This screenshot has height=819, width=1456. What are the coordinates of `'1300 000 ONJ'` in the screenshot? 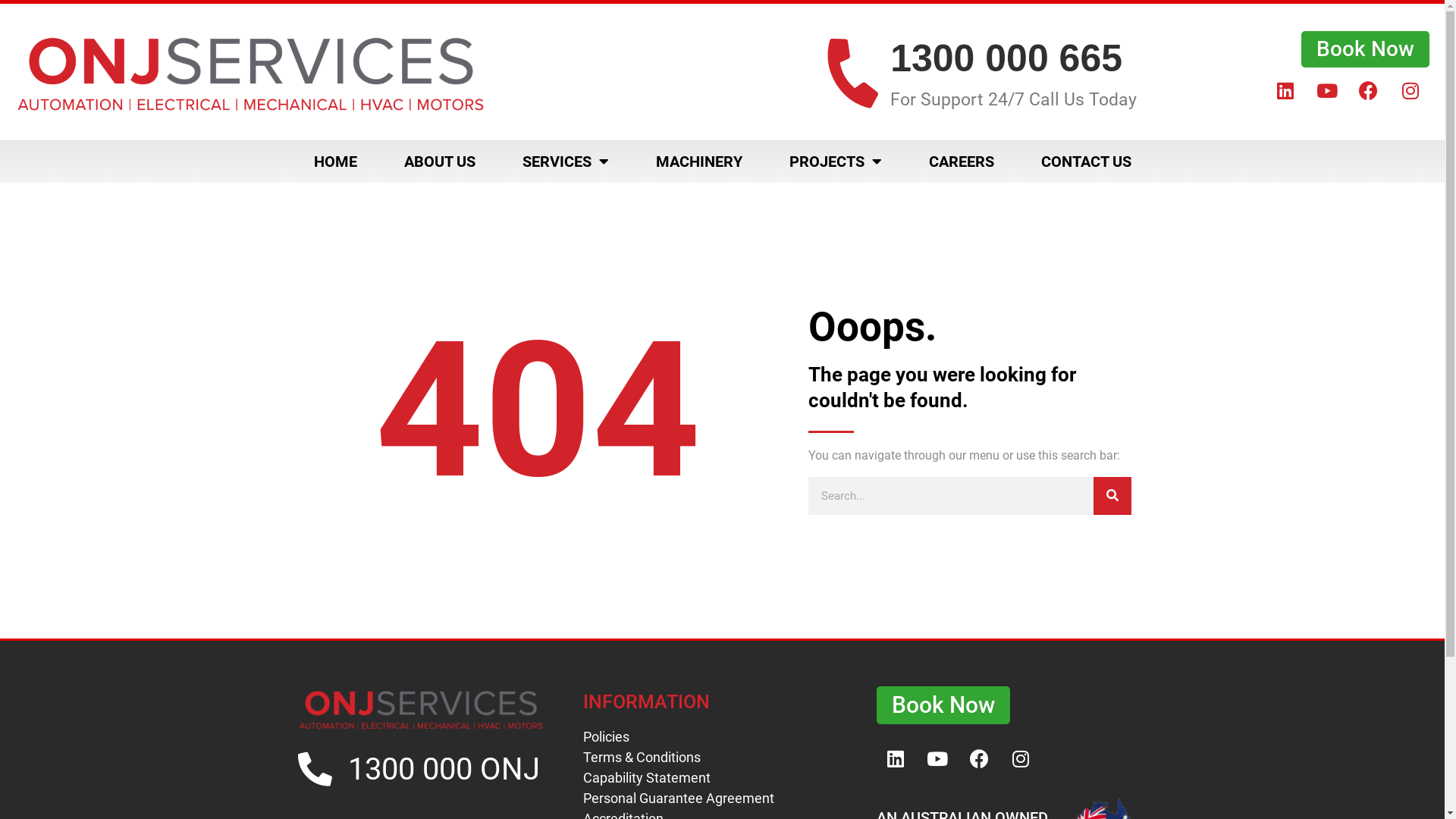 It's located at (443, 769).